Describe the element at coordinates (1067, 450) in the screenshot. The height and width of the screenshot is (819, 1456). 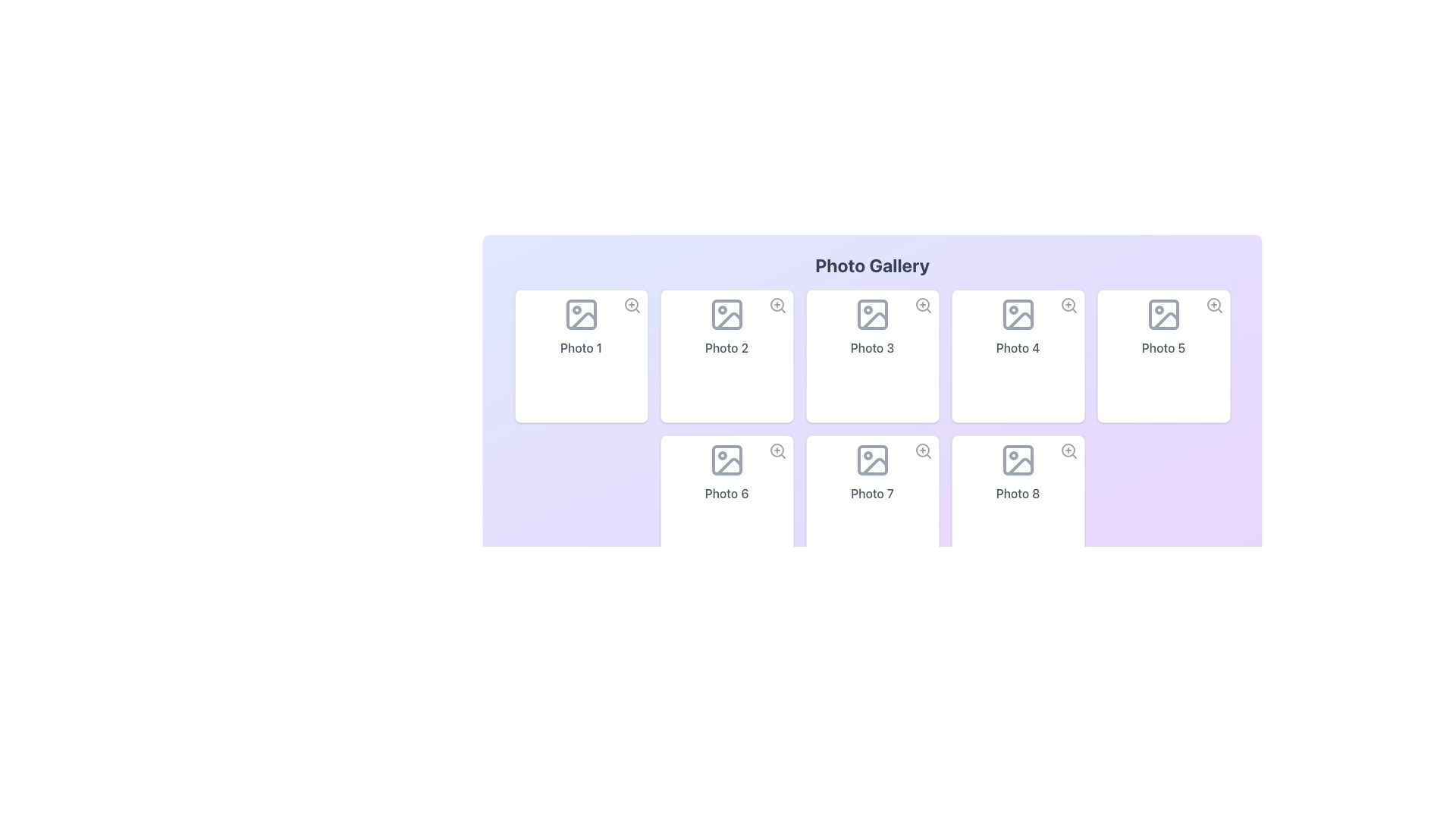
I see `the circular part of the zoom-in icon related to the item labeled 'Photo 8' in the bottom-right corner of the photo gallery` at that location.